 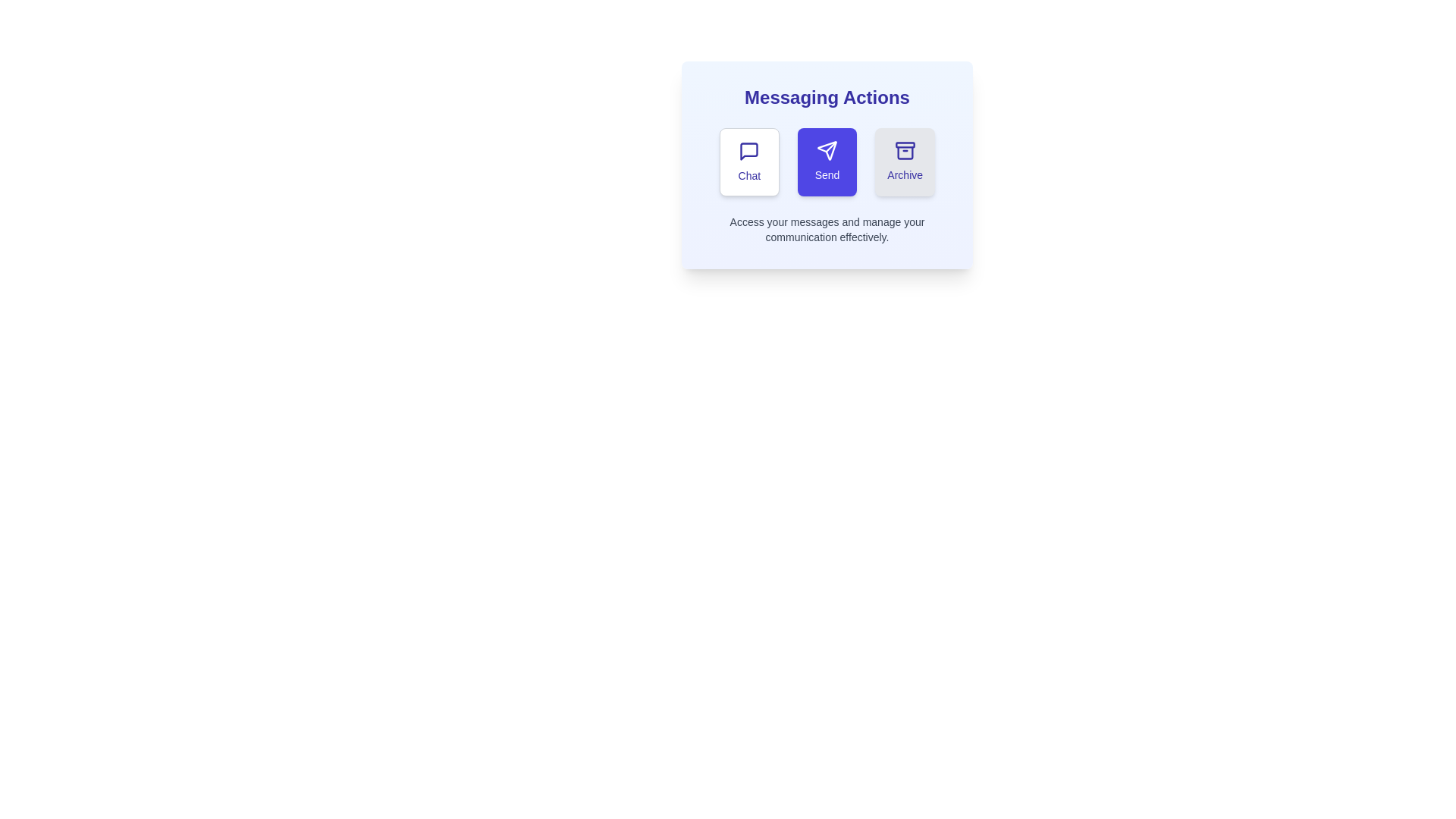 What do you see at coordinates (749, 162) in the screenshot?
I see `the chat initiation button located in the first column of the 'Messaging Actions' grid, positioned directly to the left of the 'Send' button for keyboard navigation access` at bounding box center [749, 162].